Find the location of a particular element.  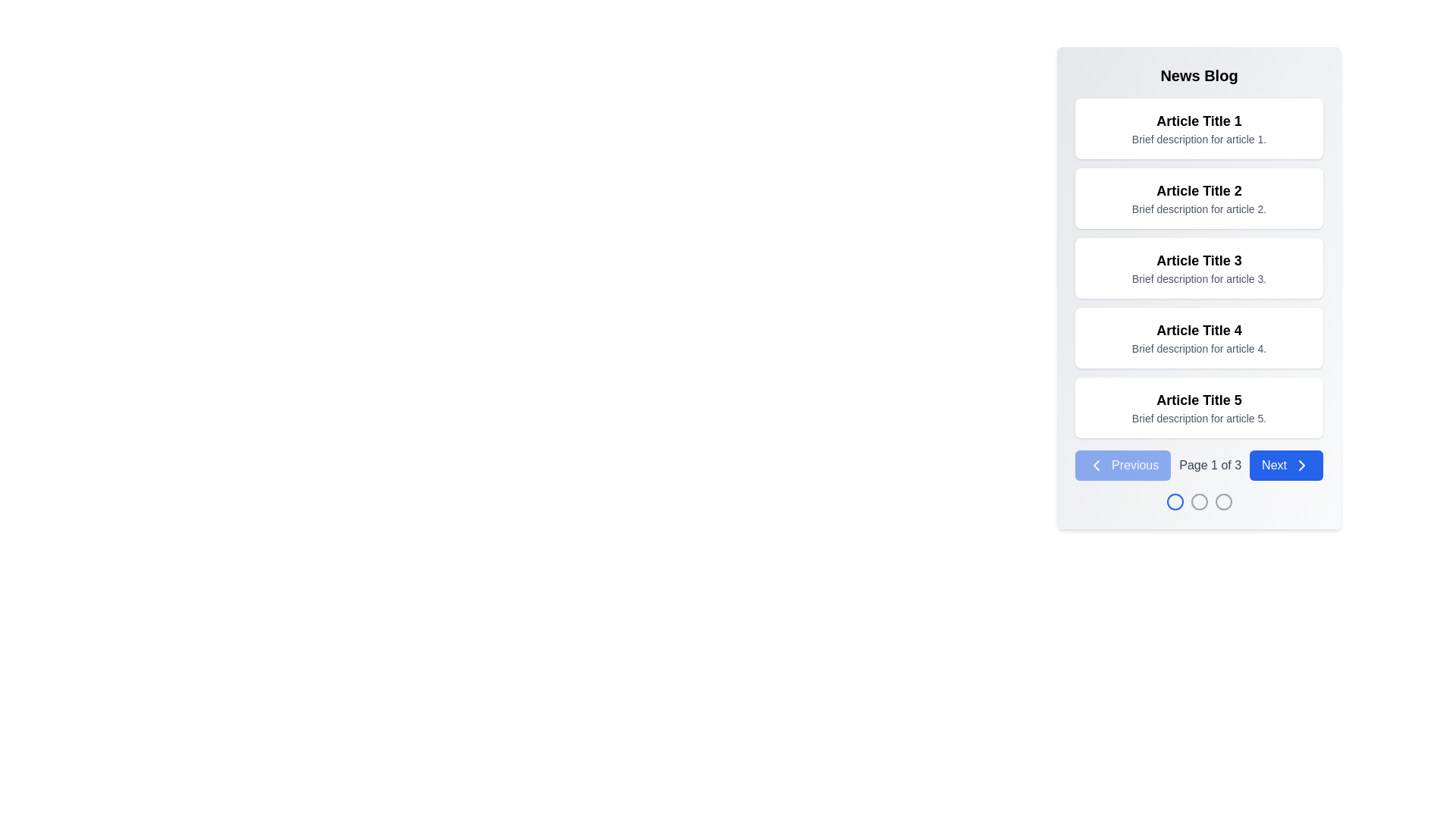

the Text Label displaying 'Brief description for article 1.' which is styled in gray and positioned underneath 'Article Title 1' is located at coordinates (1198, 140).